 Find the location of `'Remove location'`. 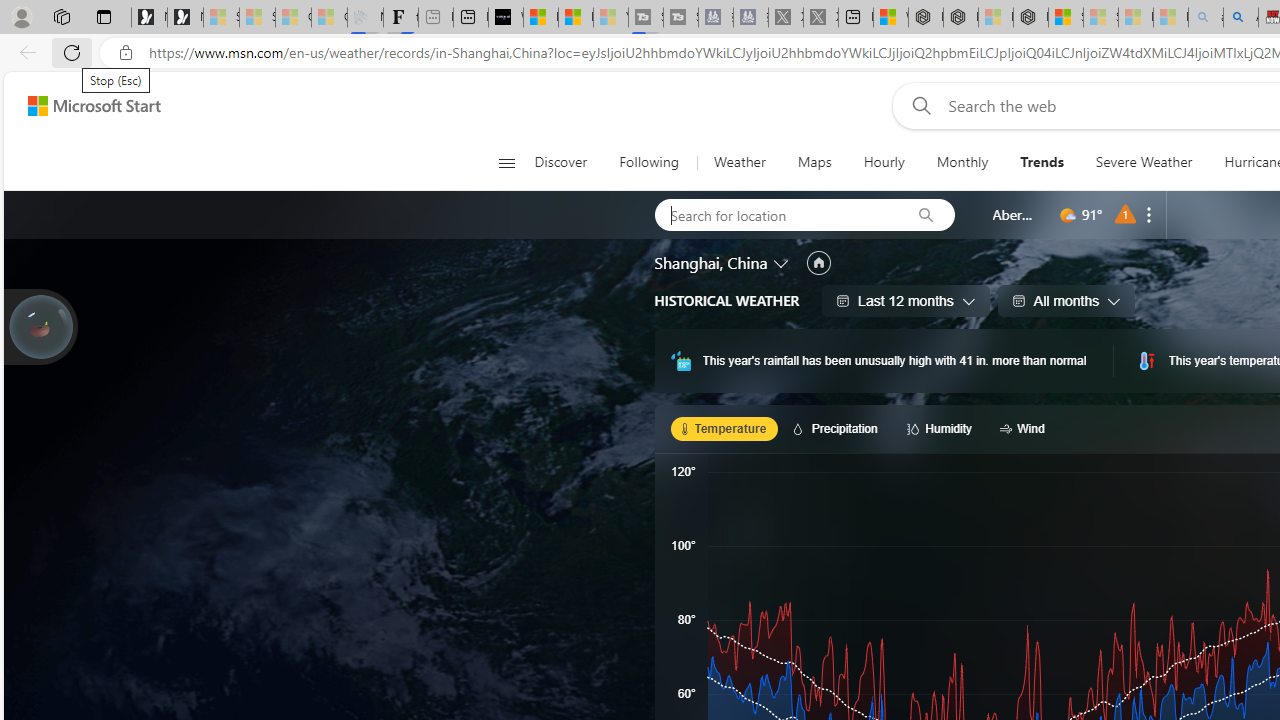

'Remove location' is located at coordinates (1149, 214).